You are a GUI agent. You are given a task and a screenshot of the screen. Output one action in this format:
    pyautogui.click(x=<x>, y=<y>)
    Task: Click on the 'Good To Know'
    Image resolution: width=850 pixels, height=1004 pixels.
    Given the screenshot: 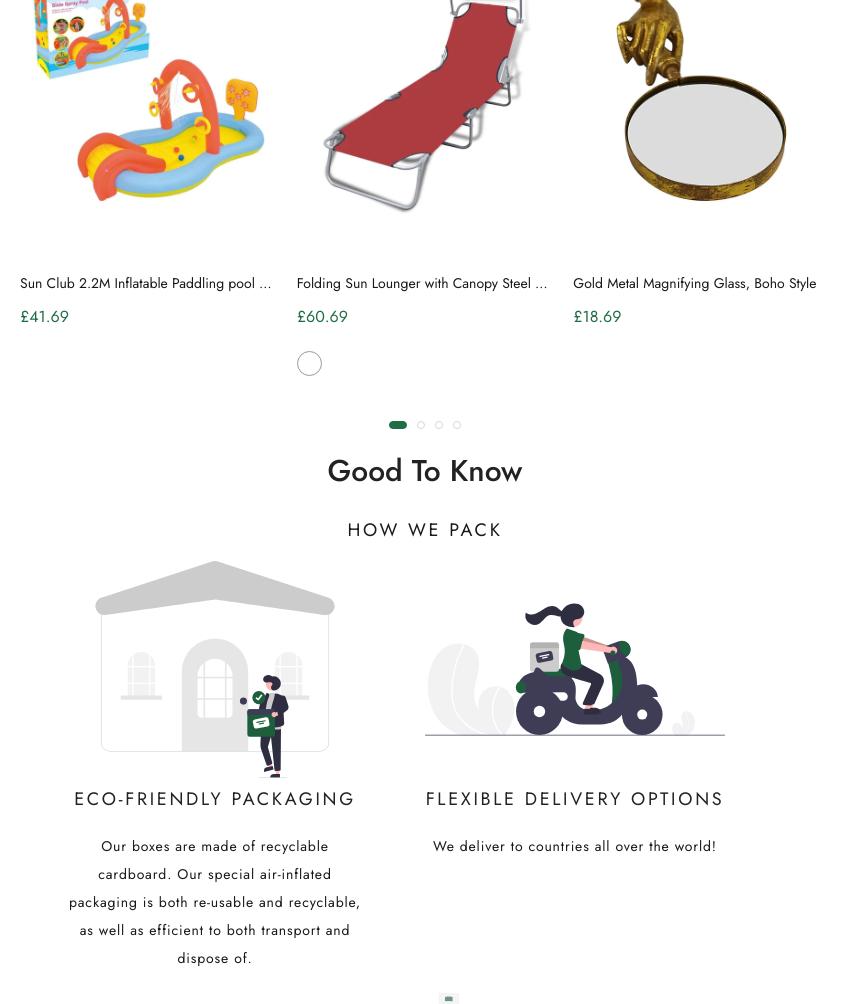 What is the action you would take?
    pyautogui.click(x=424, y=469)
    